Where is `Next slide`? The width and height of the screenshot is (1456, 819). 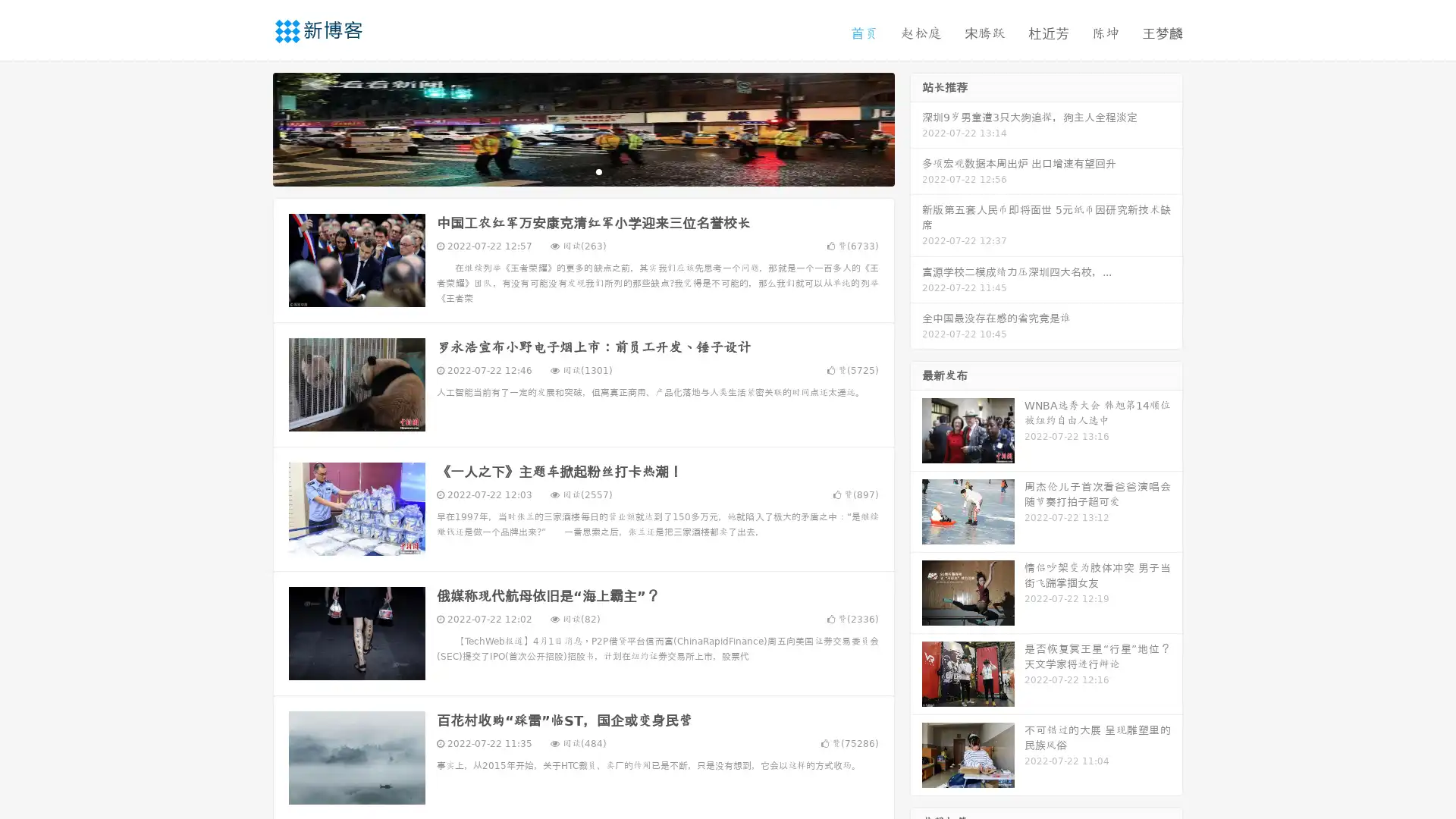
Next slide is located at coordinates (916, 127).